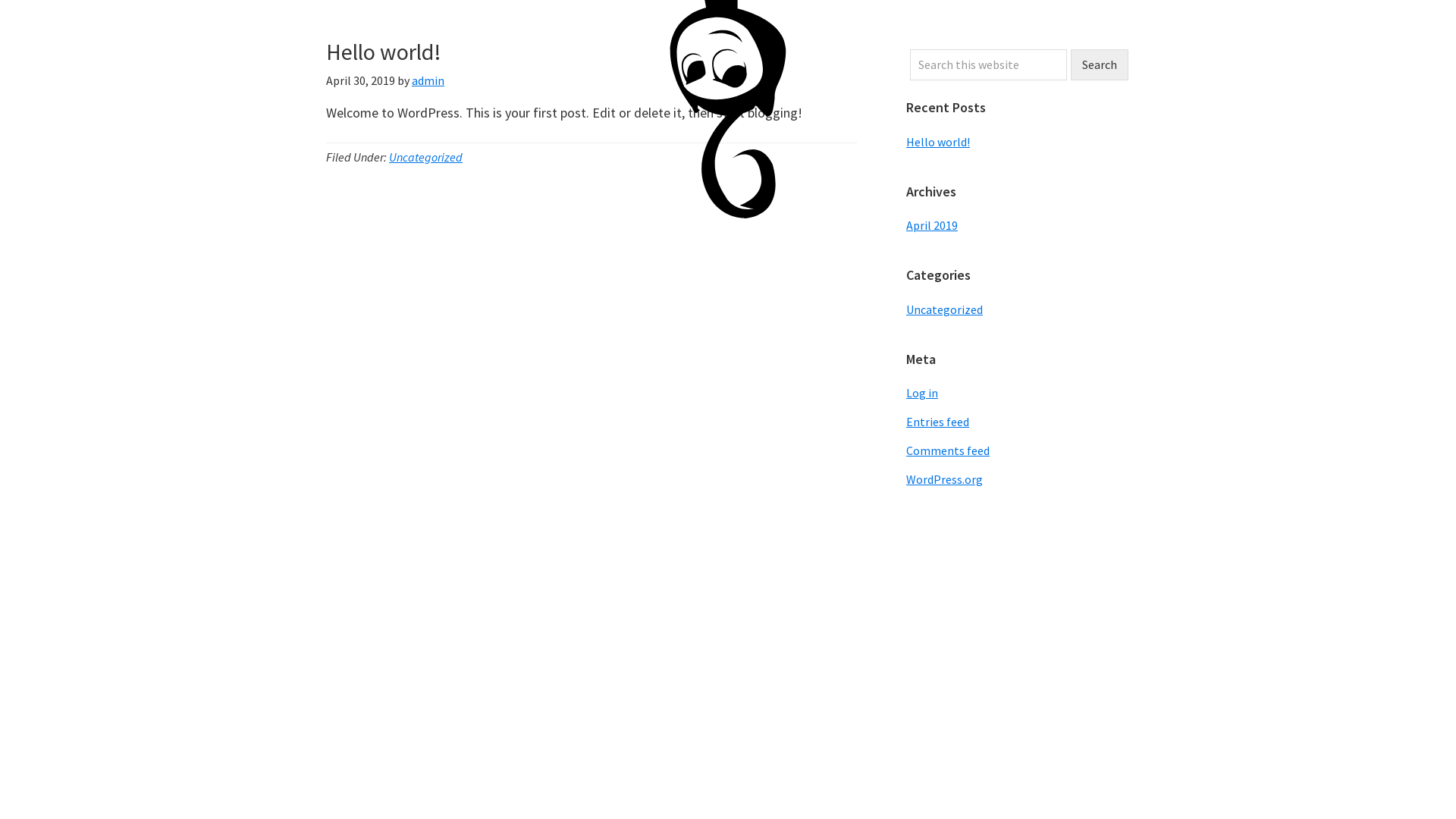  I want to click on 'April 2019', so click(930, 225).